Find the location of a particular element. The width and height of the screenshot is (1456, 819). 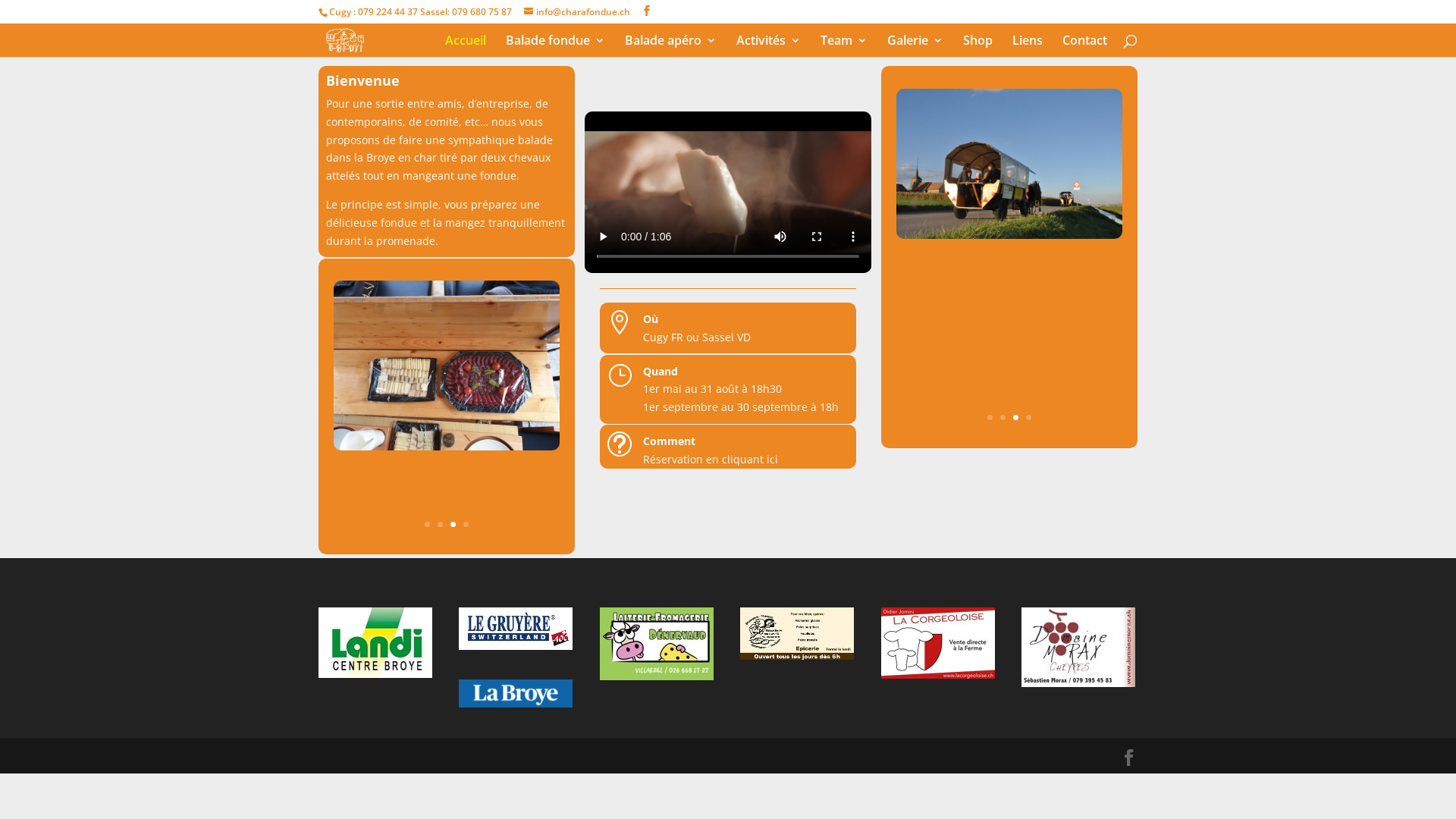

'4' is located at coordinates (1028, 417).